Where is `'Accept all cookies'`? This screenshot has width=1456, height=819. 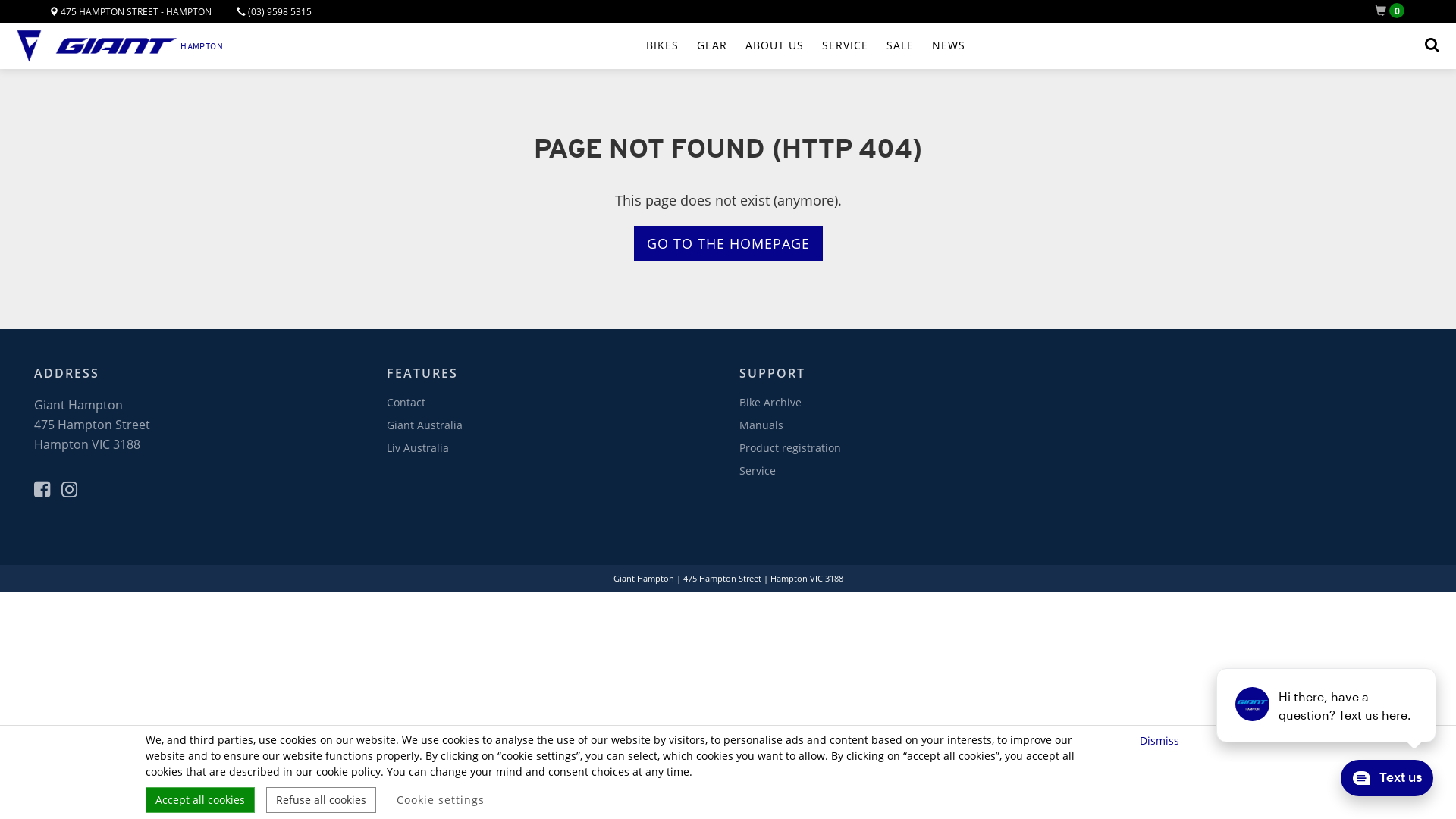 'Accept all cookies' is located at coordinates (199, 799).